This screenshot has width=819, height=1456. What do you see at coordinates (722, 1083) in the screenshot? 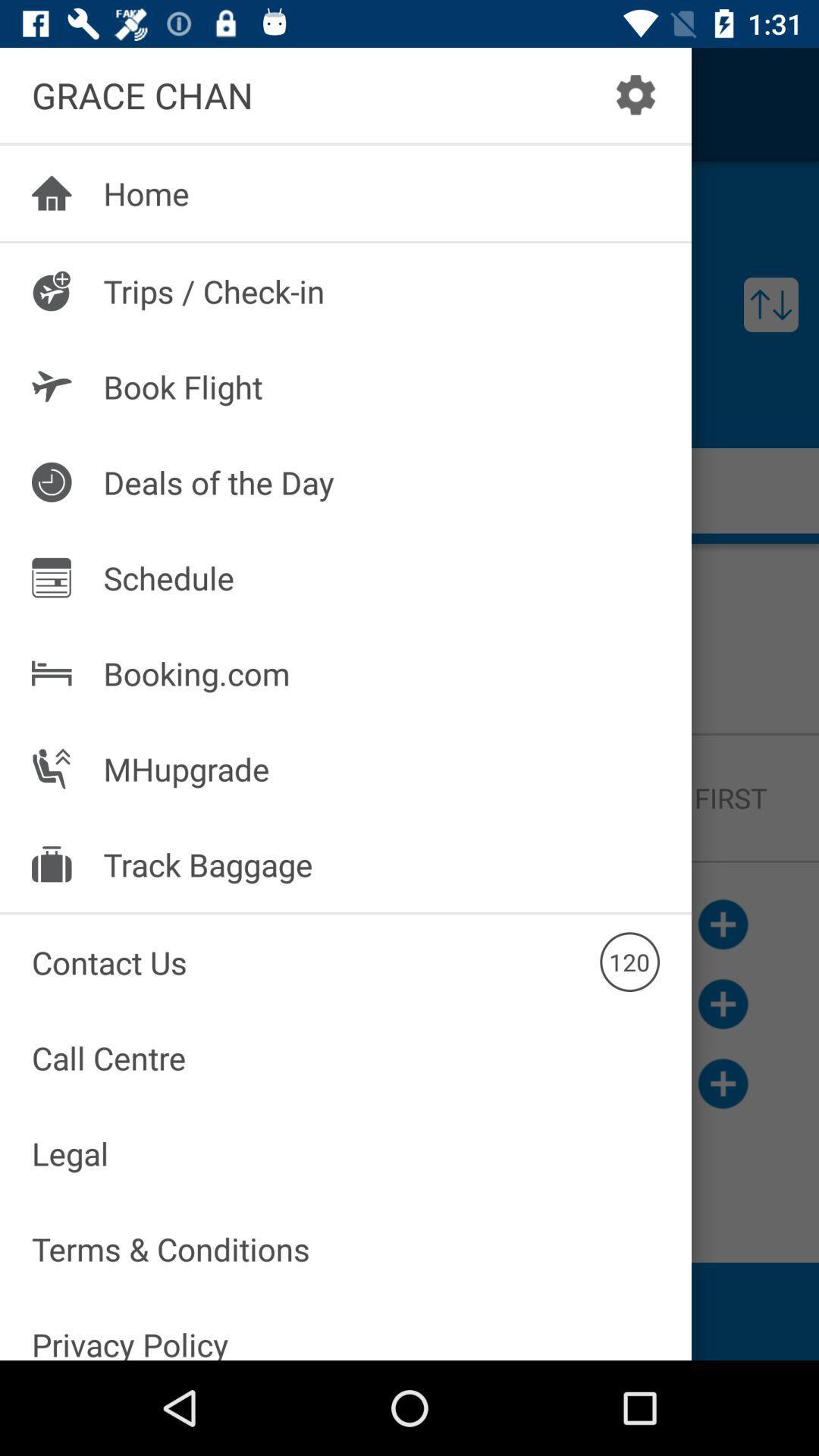
I see `the add icon` at bounding box center [722, 1083].